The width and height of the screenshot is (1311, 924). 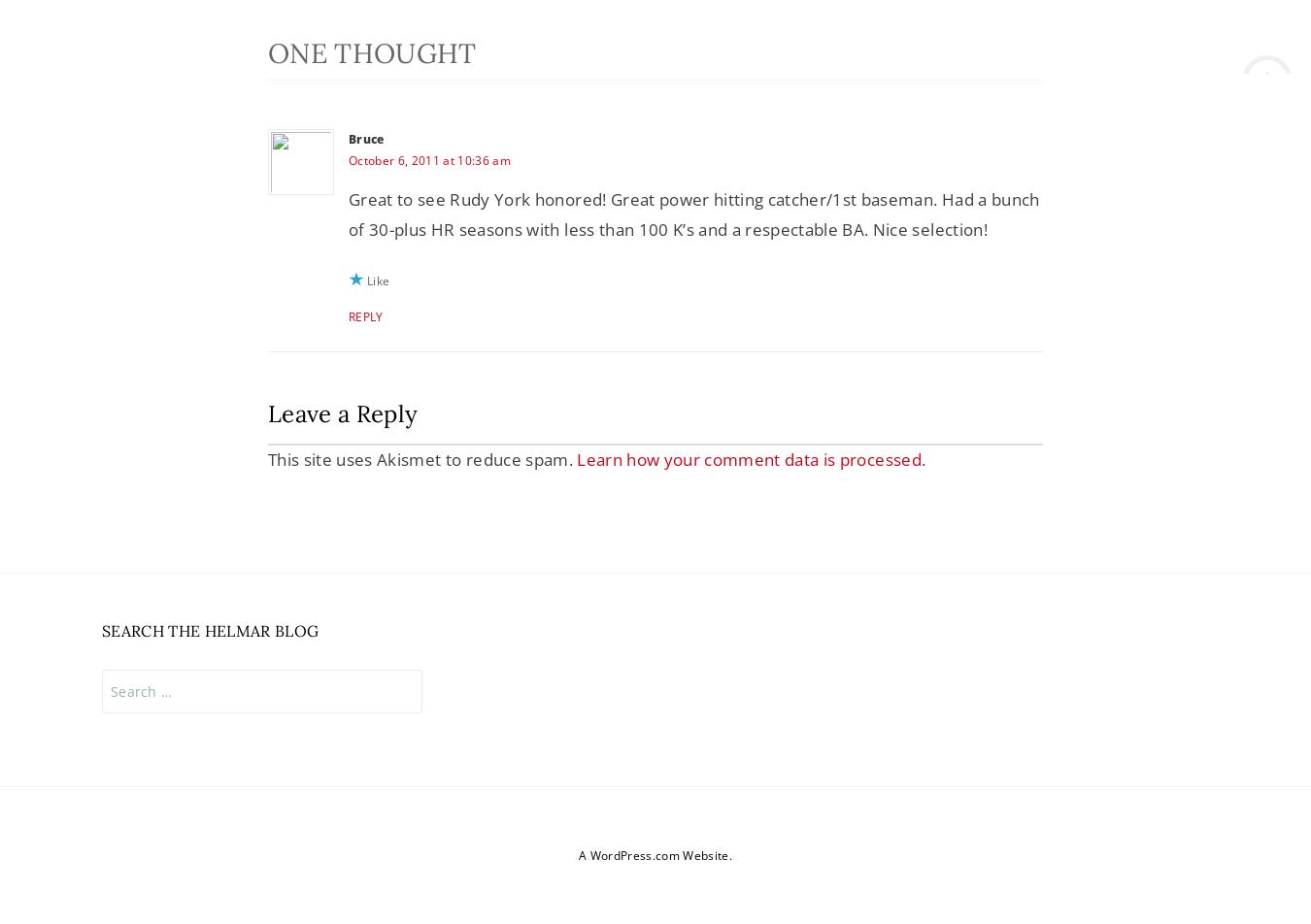 What do you see at coordinates (348, 159) in the screenshot?
I see `'October 6, 2011 at 10:36 am'` at bounding box center [348, 159].